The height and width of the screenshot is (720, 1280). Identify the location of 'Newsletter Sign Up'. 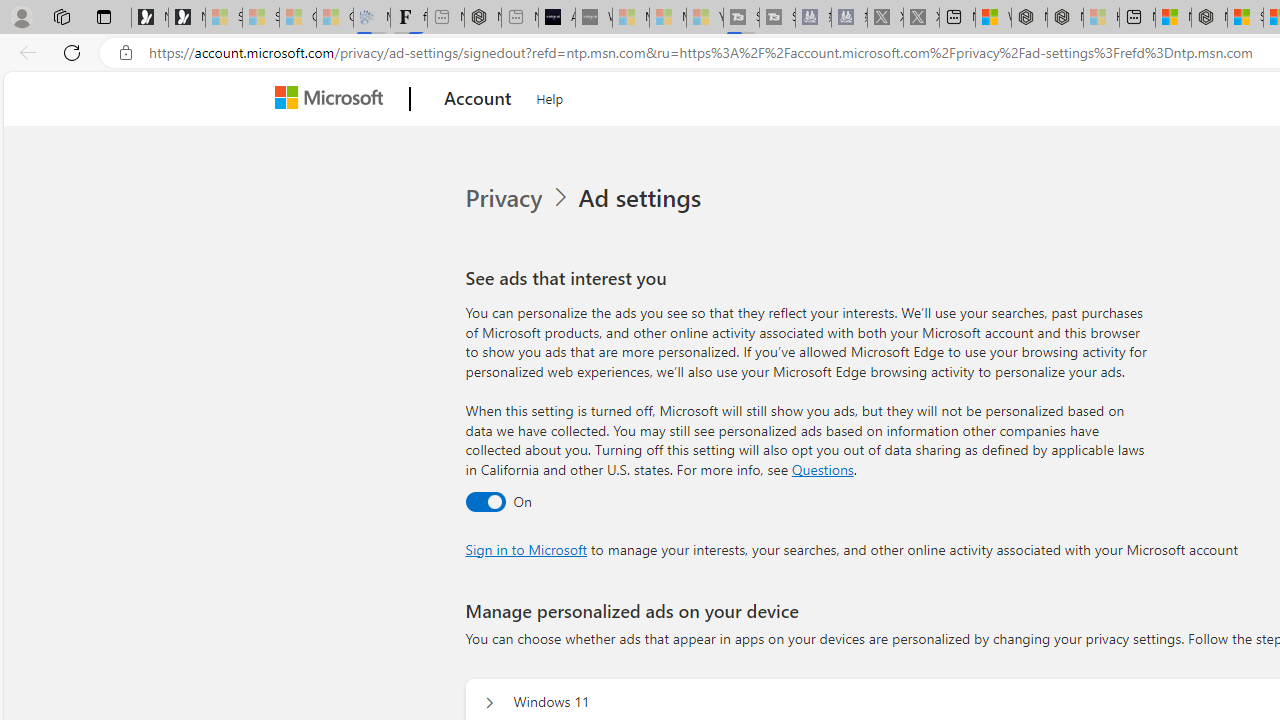
(186, 17).